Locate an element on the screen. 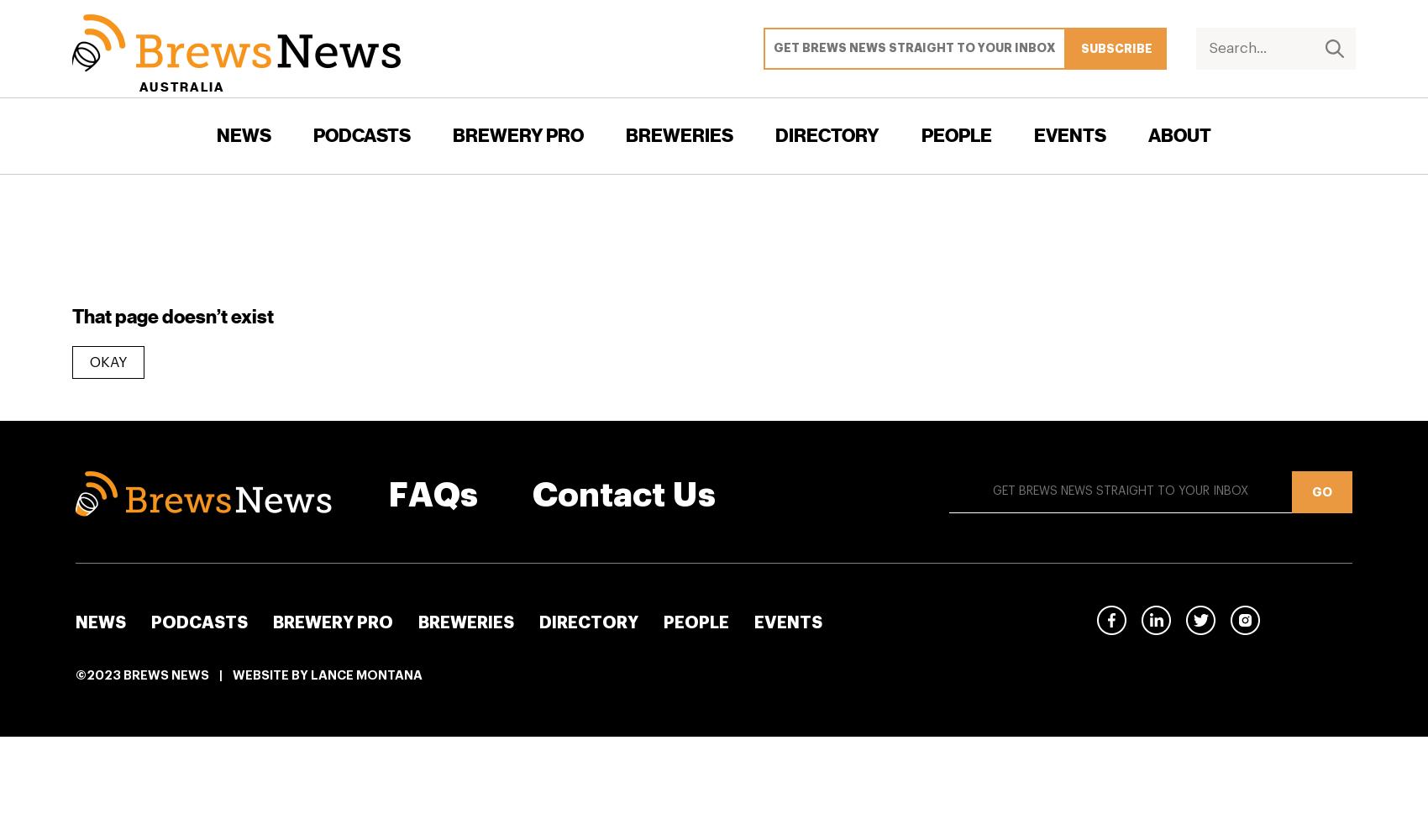  'Brews News Week' is located at coordinates (377, 279).